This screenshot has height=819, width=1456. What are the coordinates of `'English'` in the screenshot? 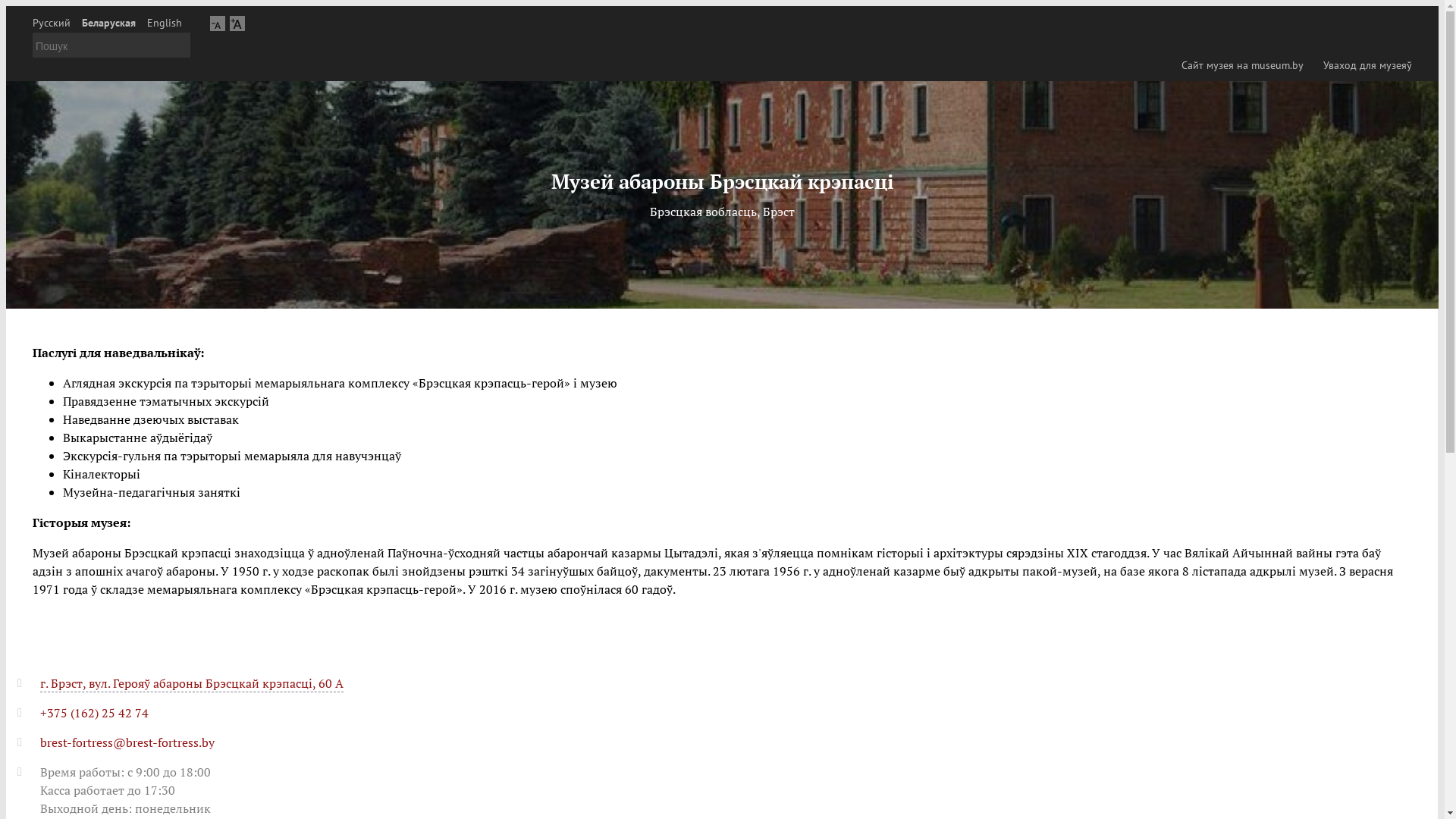 It's located at (164, 23).